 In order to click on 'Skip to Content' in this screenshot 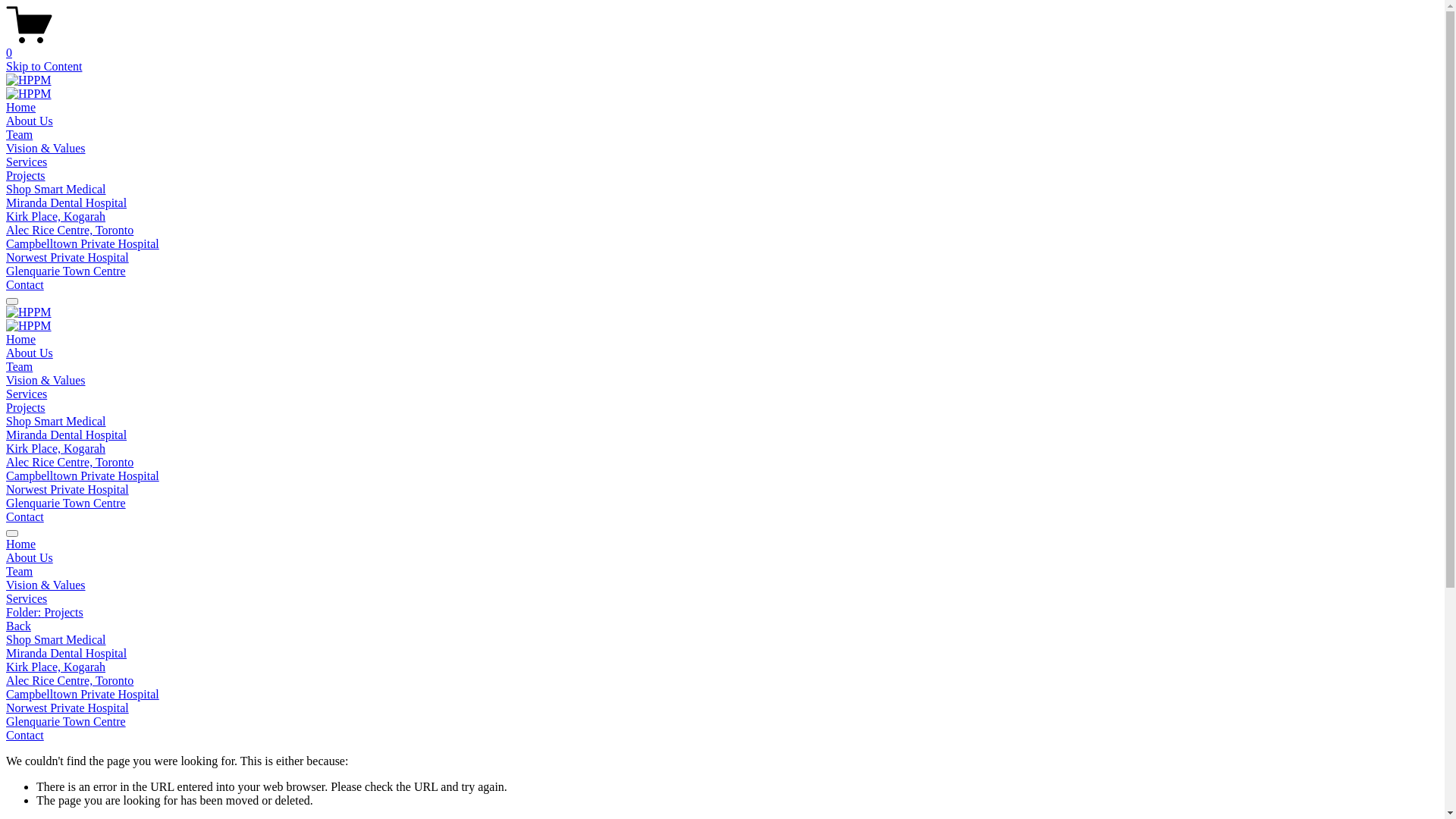, I will do `click(43, 65)`.